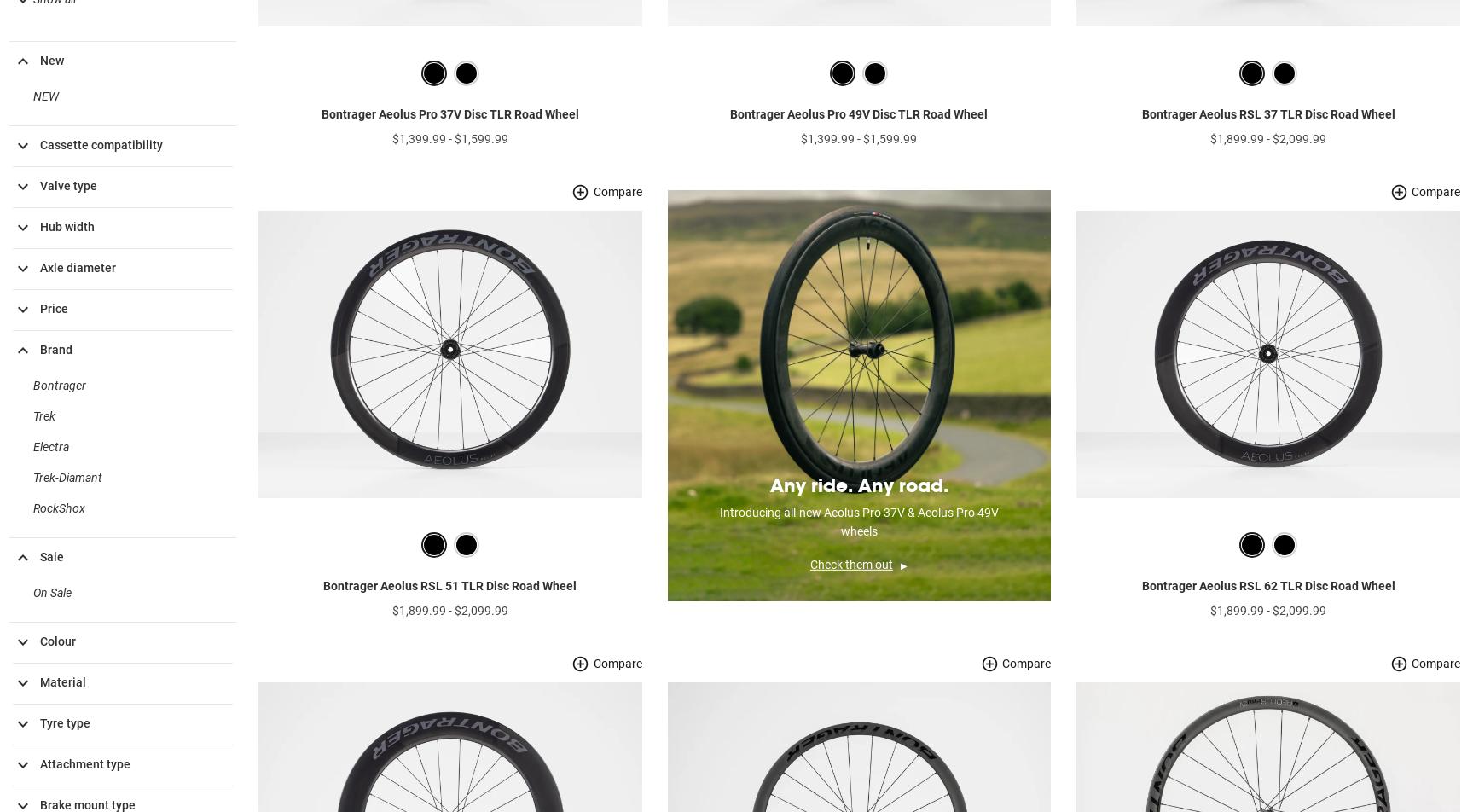 Image resolution: width=1473 pixels, height=812 pixels. What do you see at coordinates (50, 473) in the screenshot?
I see `'Electra'` at bounding box center [50, 473].